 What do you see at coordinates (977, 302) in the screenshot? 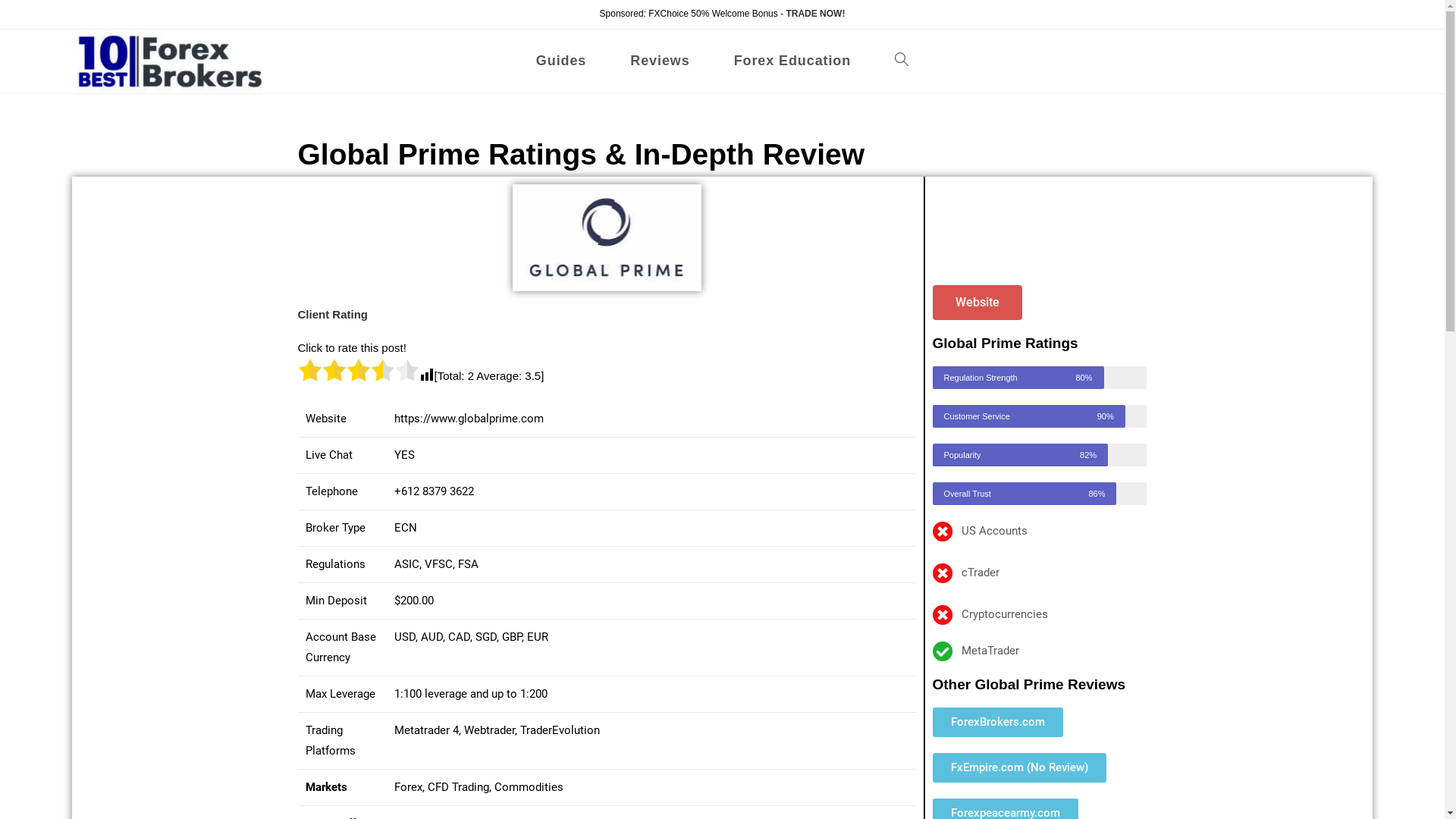
I see `'Website'` at bounding box center [977, 302].